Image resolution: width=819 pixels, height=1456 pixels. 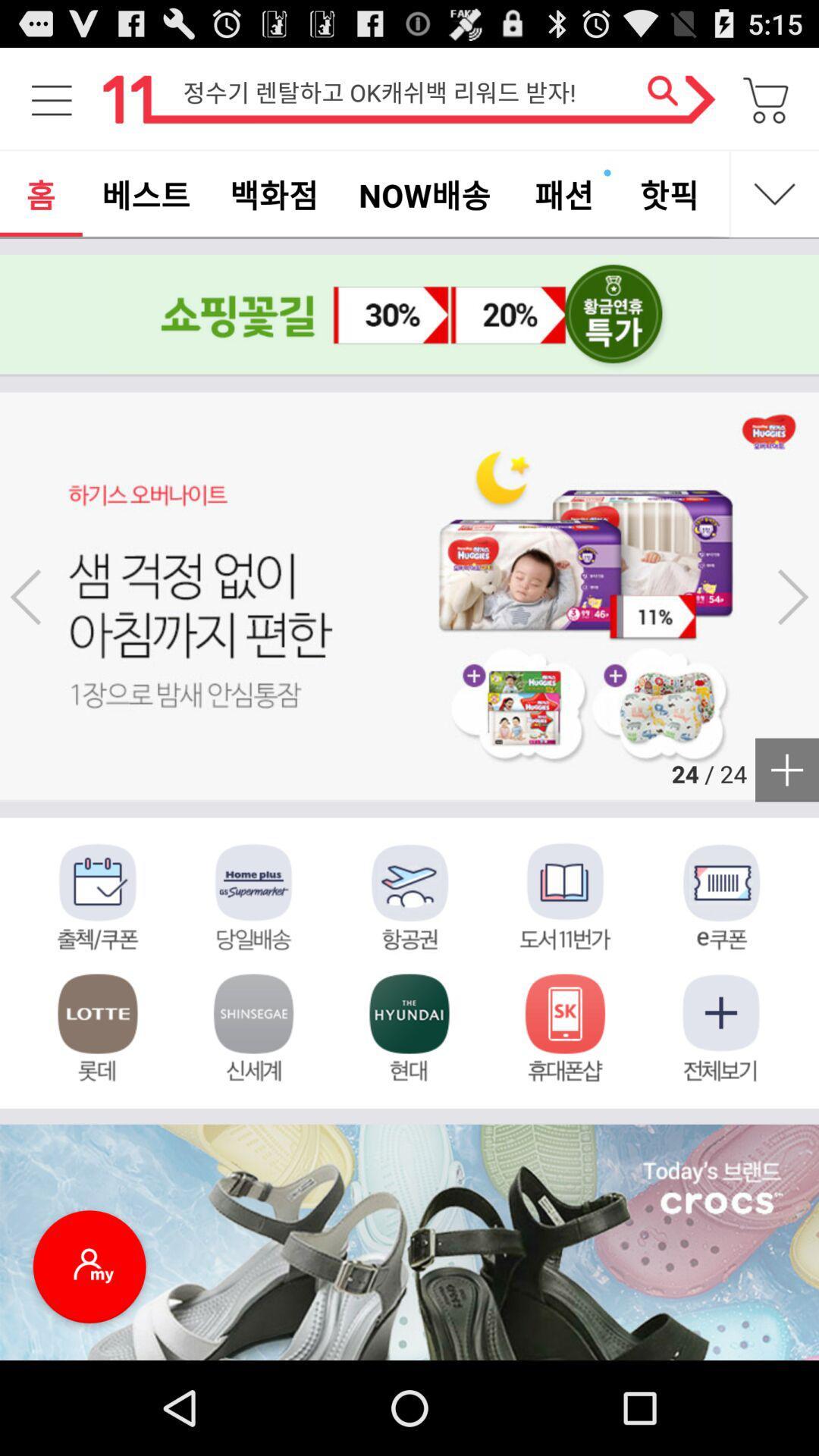 What do you see at coordinates (89, 1360) in the screenshot?
I see `the avatar icon` at bounding box center [89, 1360].